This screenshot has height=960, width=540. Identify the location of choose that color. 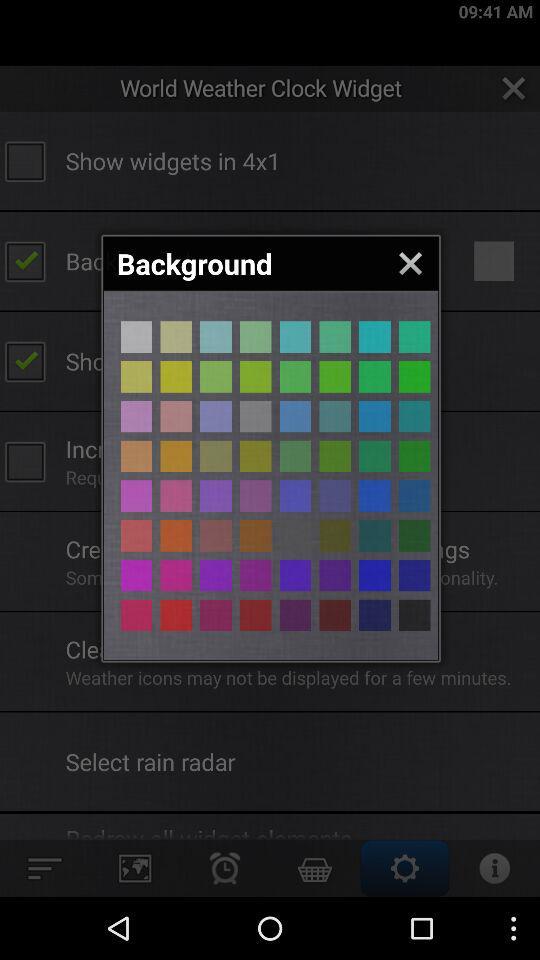
(294, 495).